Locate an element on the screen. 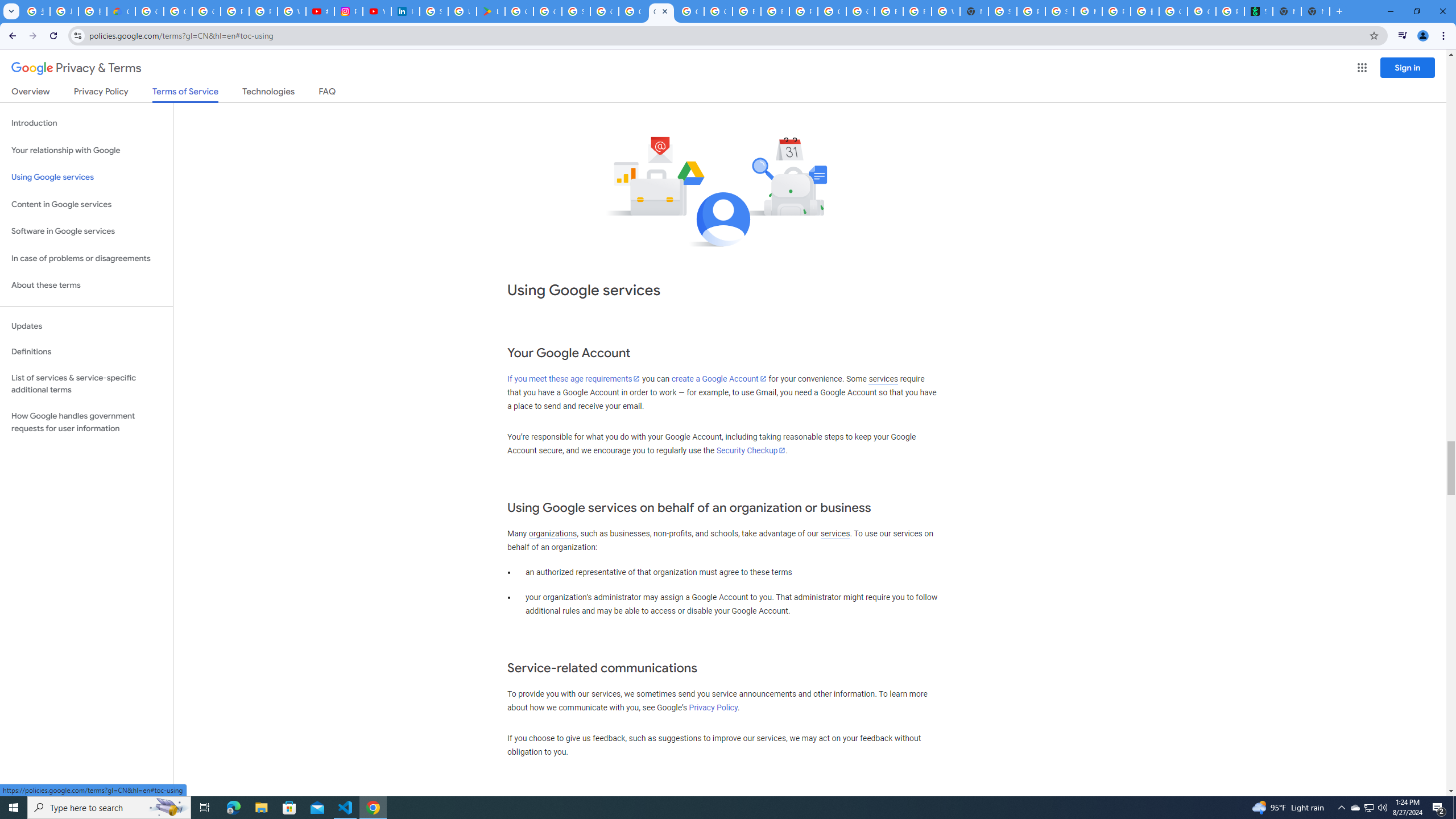 Image resolution: width=1456 pixels, height=819 pixels. 'Security Checkup' is located at coordinates (751, 450).